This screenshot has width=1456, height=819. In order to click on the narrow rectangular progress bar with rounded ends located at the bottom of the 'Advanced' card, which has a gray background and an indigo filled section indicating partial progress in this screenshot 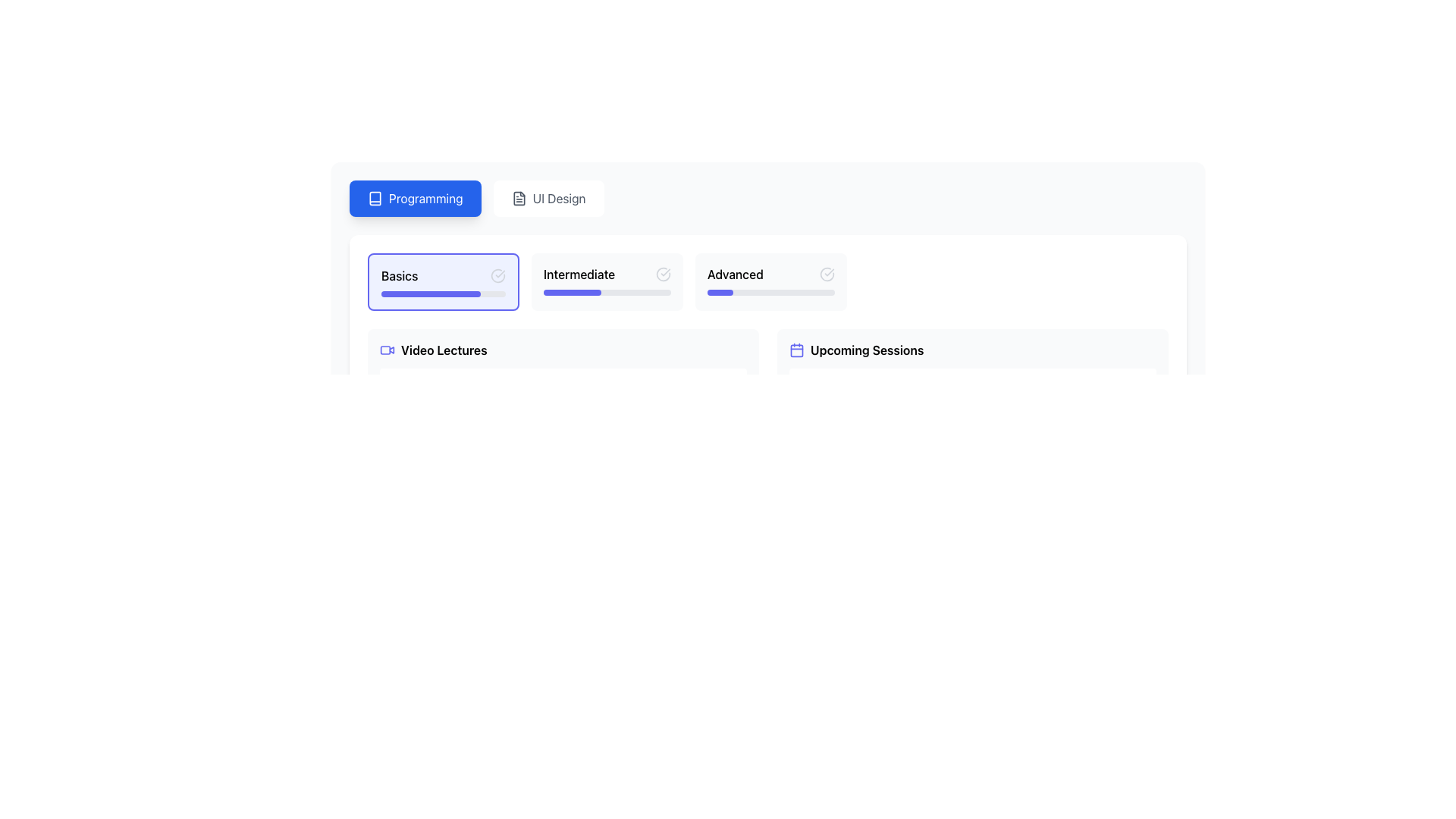, I will do `click(771, 292)`.